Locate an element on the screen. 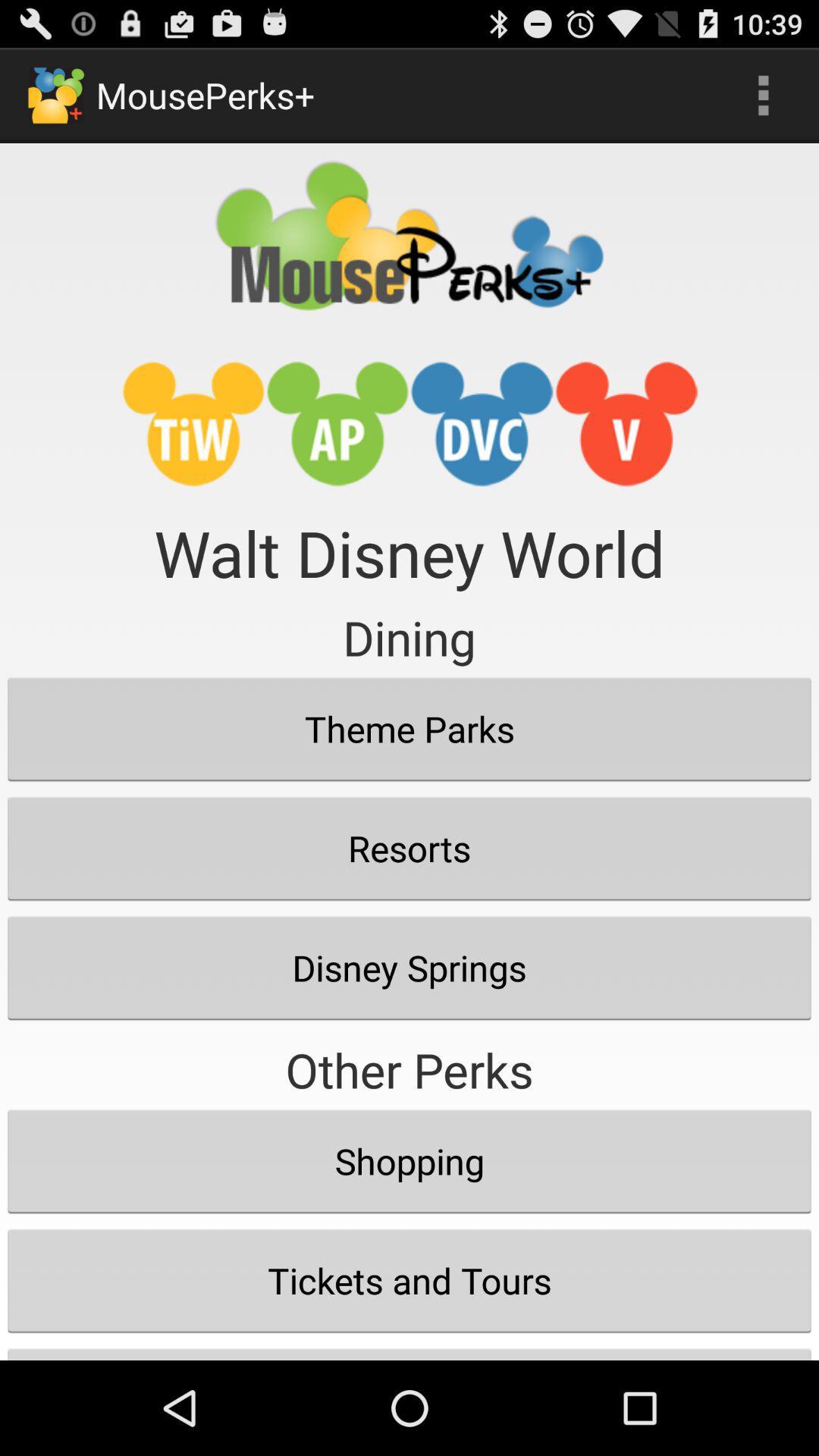 The image size is (819, 1456). resorts button is located at coordinates (409, 847).